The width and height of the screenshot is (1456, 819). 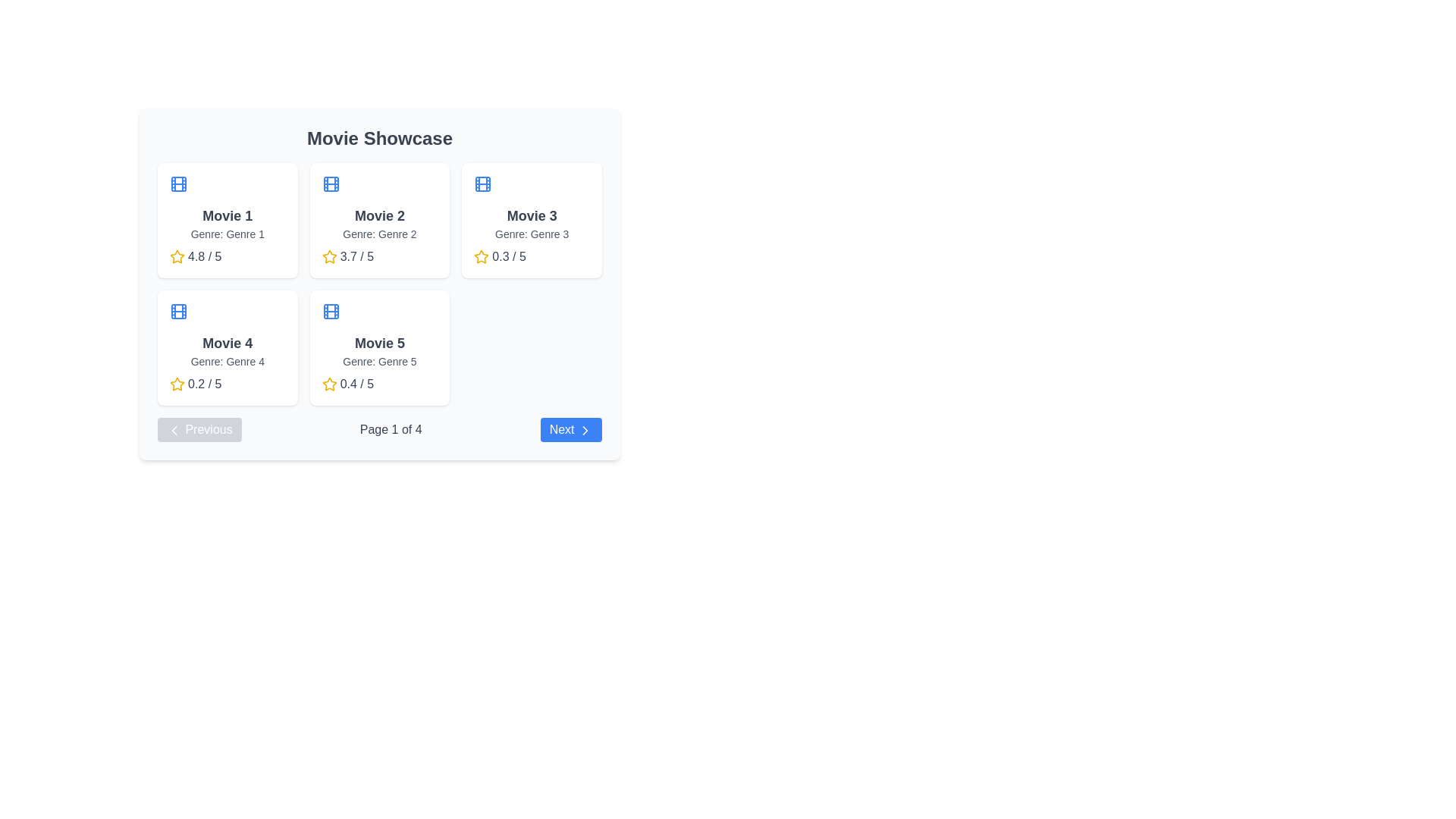 What do you see at coordinates (379, 348) in the screenshot?
I see `the movie card displaying 'Movie 5', which is a white rectangular card with a blue movie reel icon, bold text 'Movie 5', genre description 'Genre: Genre 5', and a rating '0.4 / 5' with a yellow star icon at the bottom right` at bounding box center [379, 348].